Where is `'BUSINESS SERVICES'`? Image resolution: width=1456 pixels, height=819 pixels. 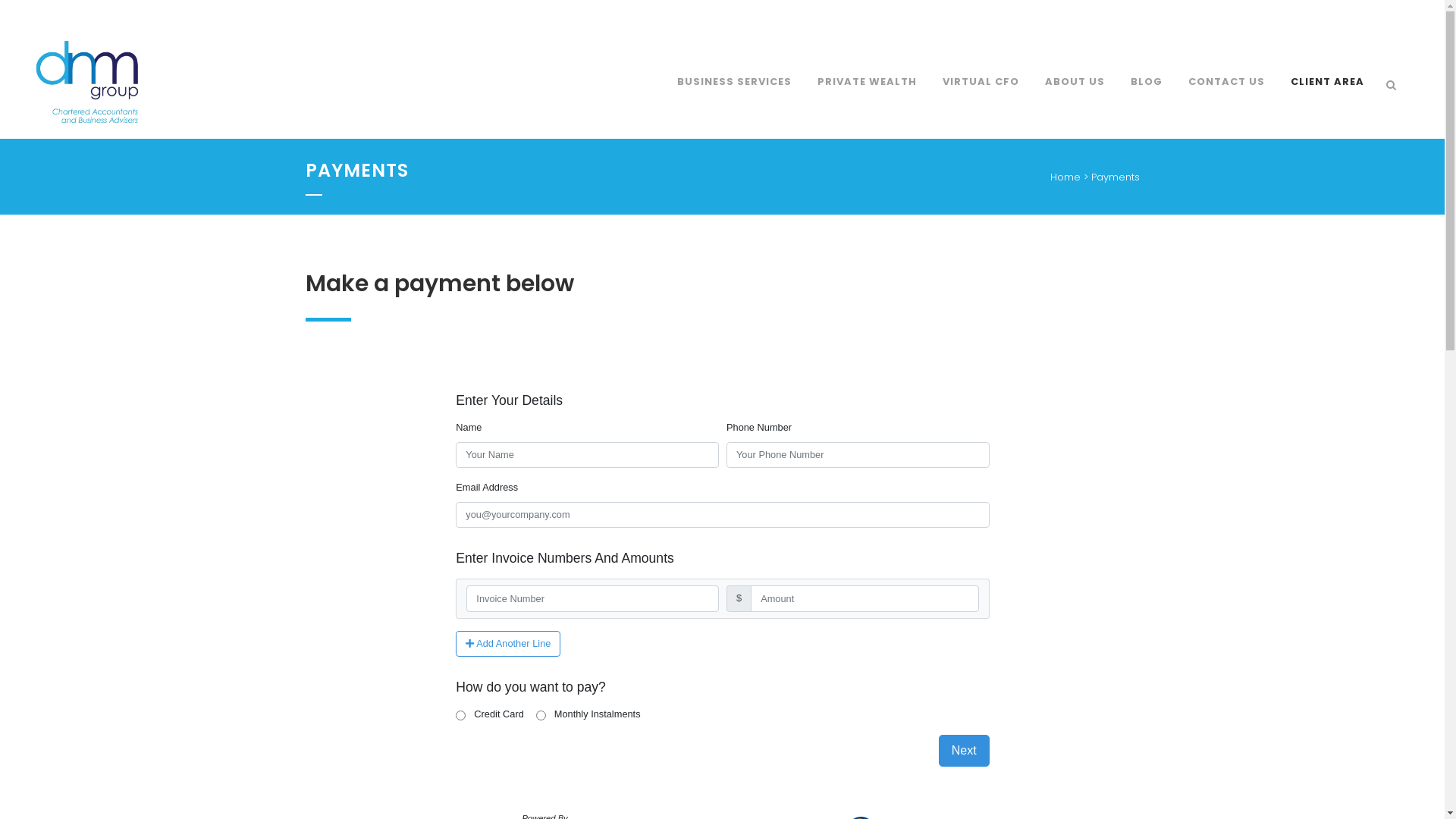 'BUSINESS SERVICES' is located at coordinates (734, 82).